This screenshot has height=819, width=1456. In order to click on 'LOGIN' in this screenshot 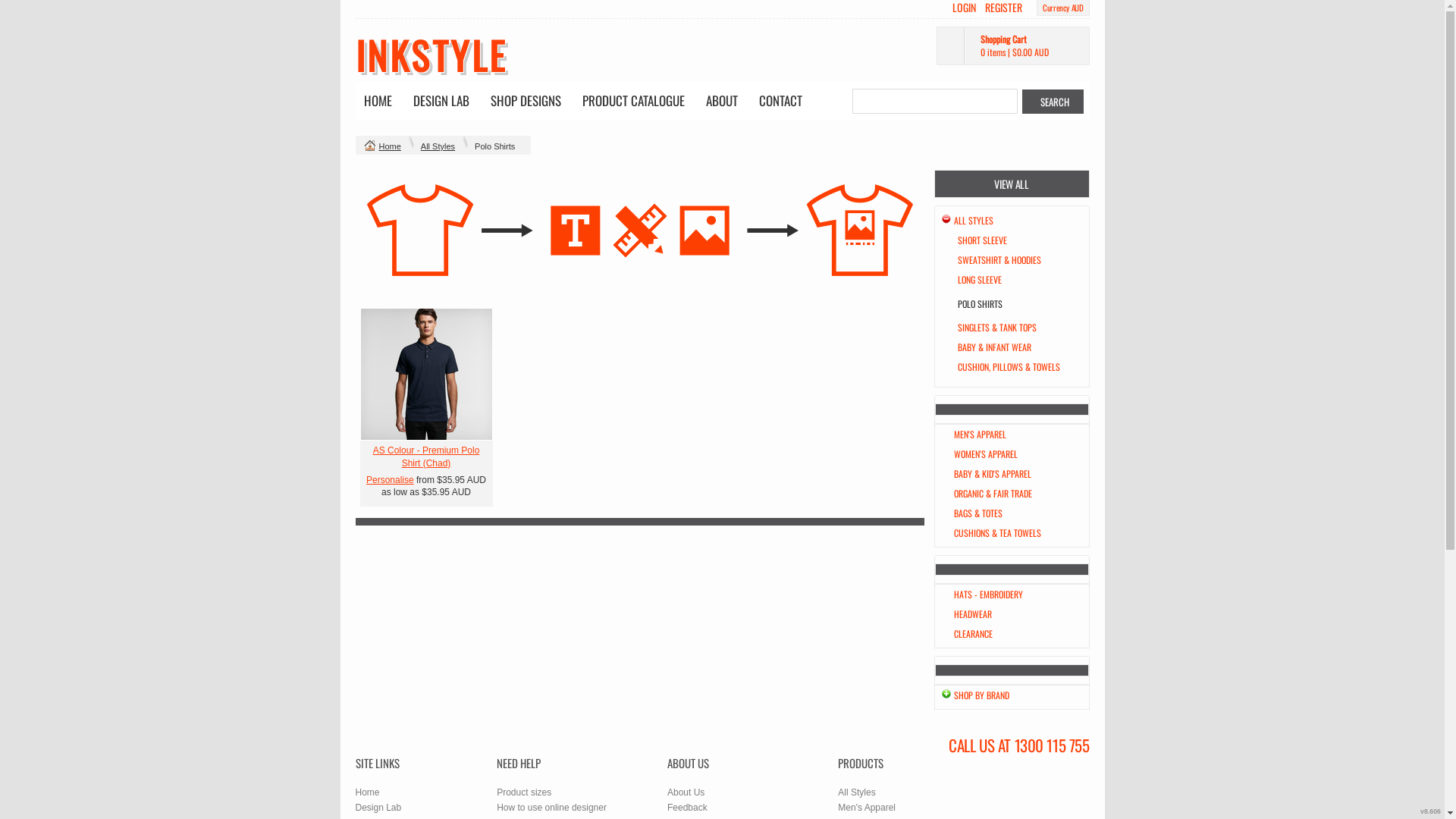, I will do `click(963, 8)`.